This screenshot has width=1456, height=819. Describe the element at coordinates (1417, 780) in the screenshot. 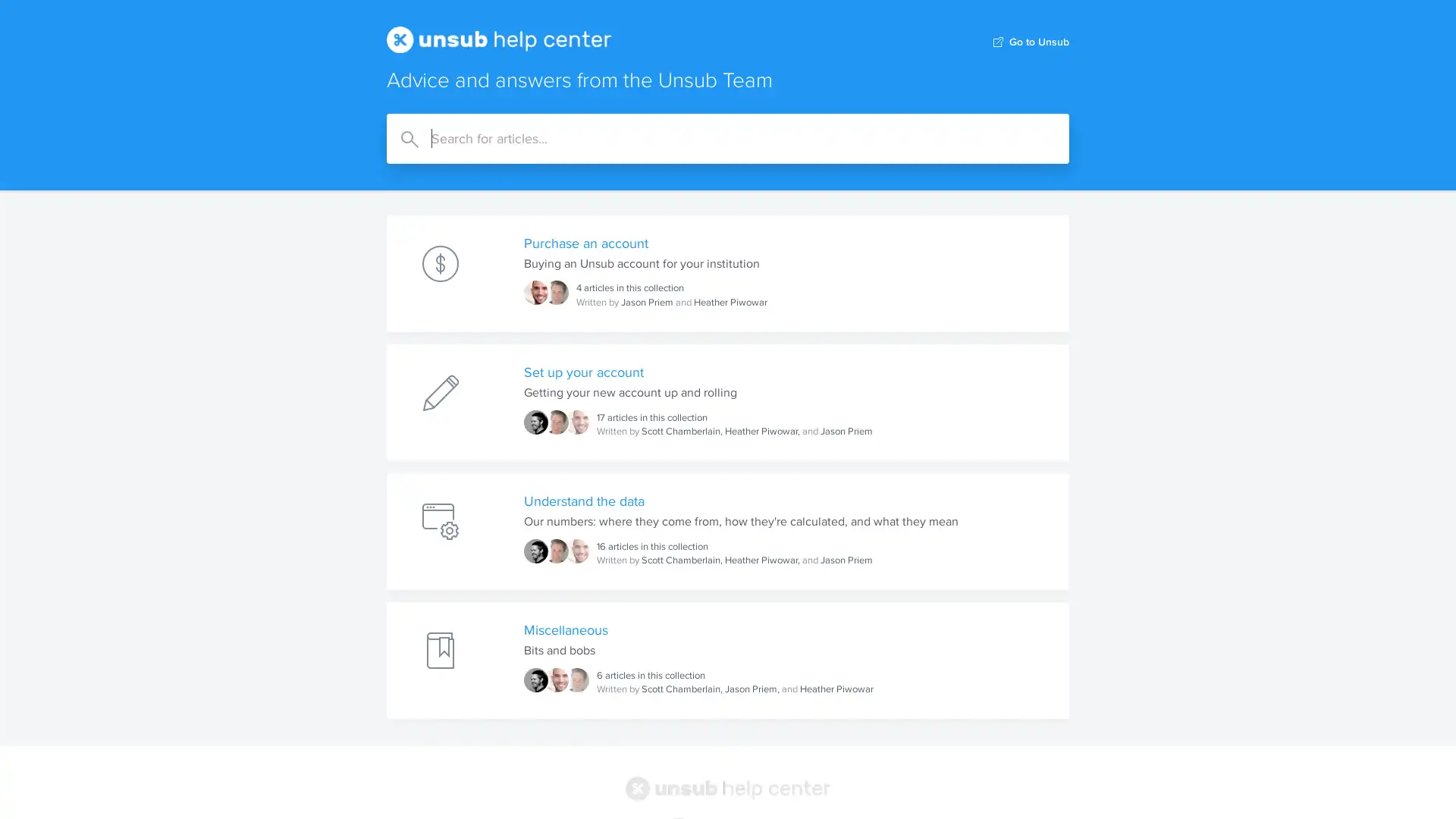

I see `Open Intercom Messenger` at that location.